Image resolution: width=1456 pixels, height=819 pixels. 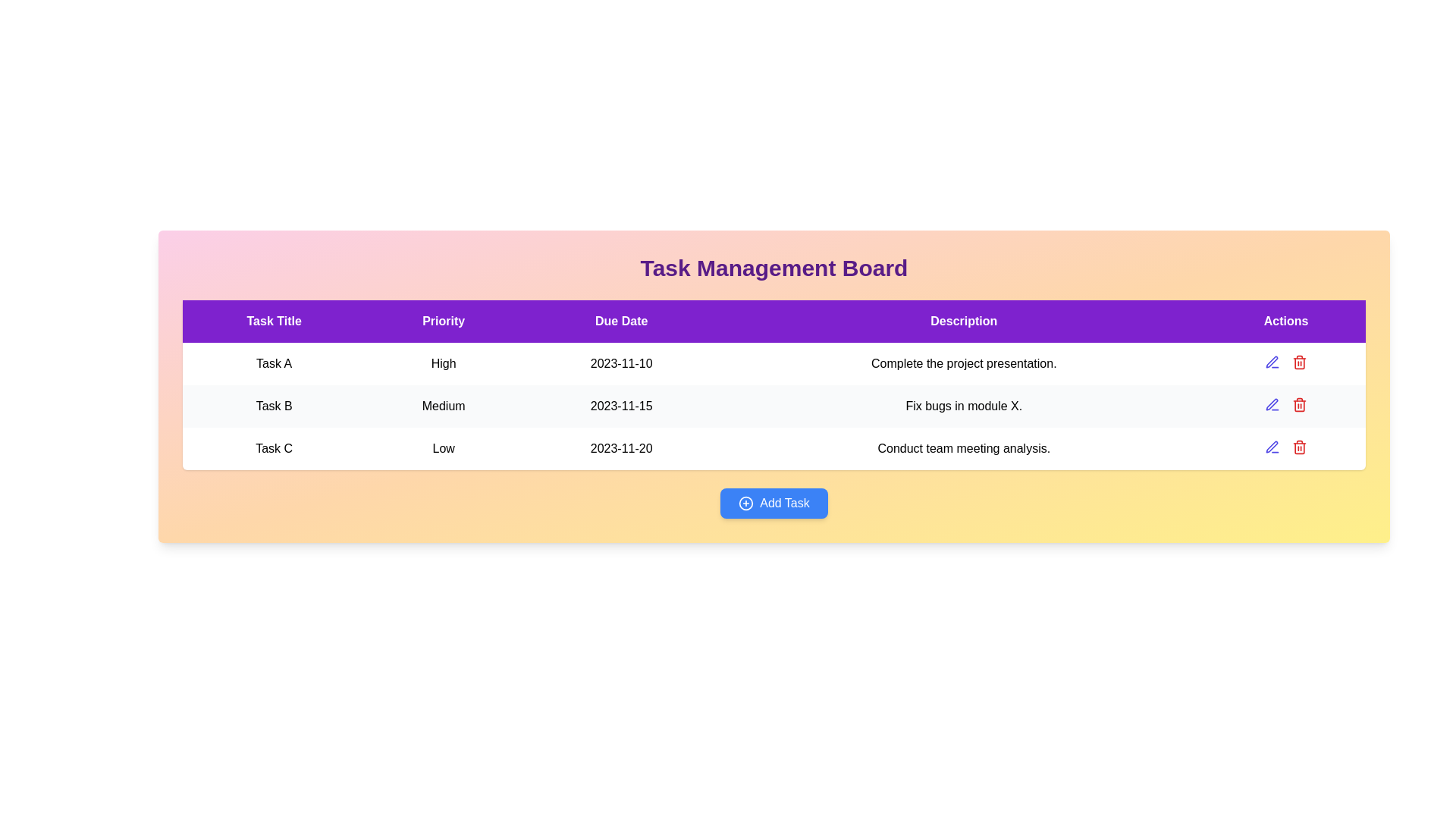 I want to click on the text label in the fifth position of the grid header, which indicates the 'Actions' column, so click(x=1285, y=321).